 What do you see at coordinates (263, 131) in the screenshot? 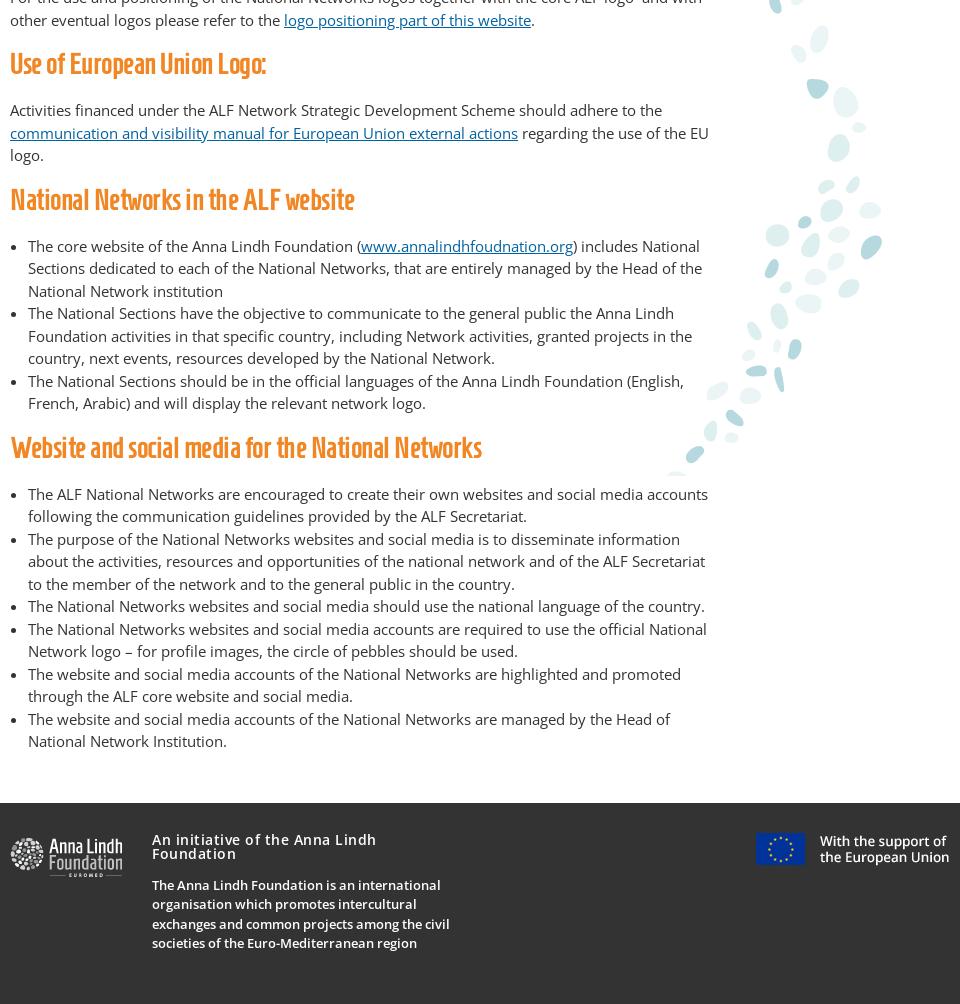
I see `'communication and visibility manual for European Union external actions'` at bounding box center [263, 131].